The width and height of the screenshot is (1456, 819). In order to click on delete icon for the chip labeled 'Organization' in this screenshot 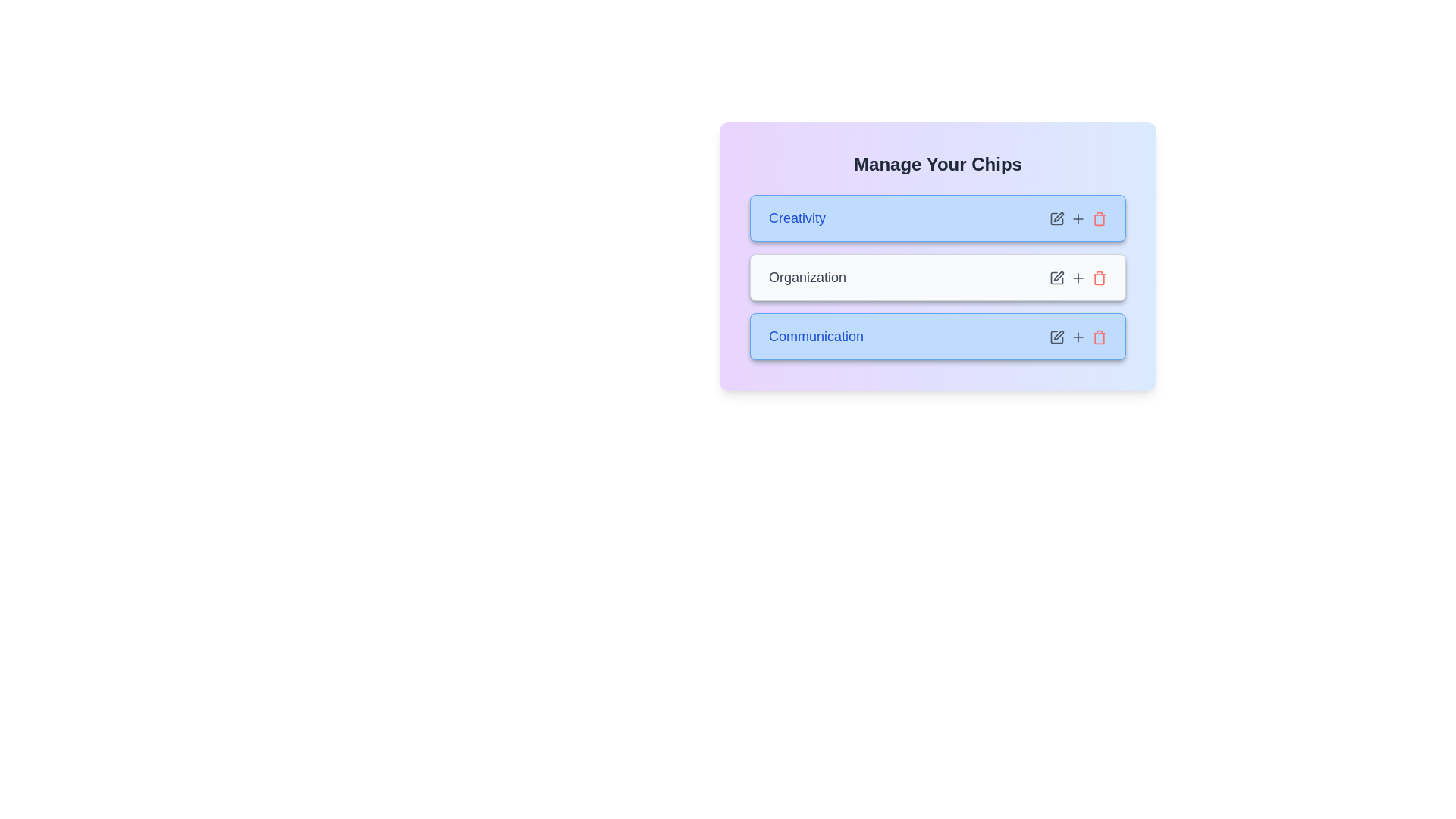, I will do `click(1099, 278)`.